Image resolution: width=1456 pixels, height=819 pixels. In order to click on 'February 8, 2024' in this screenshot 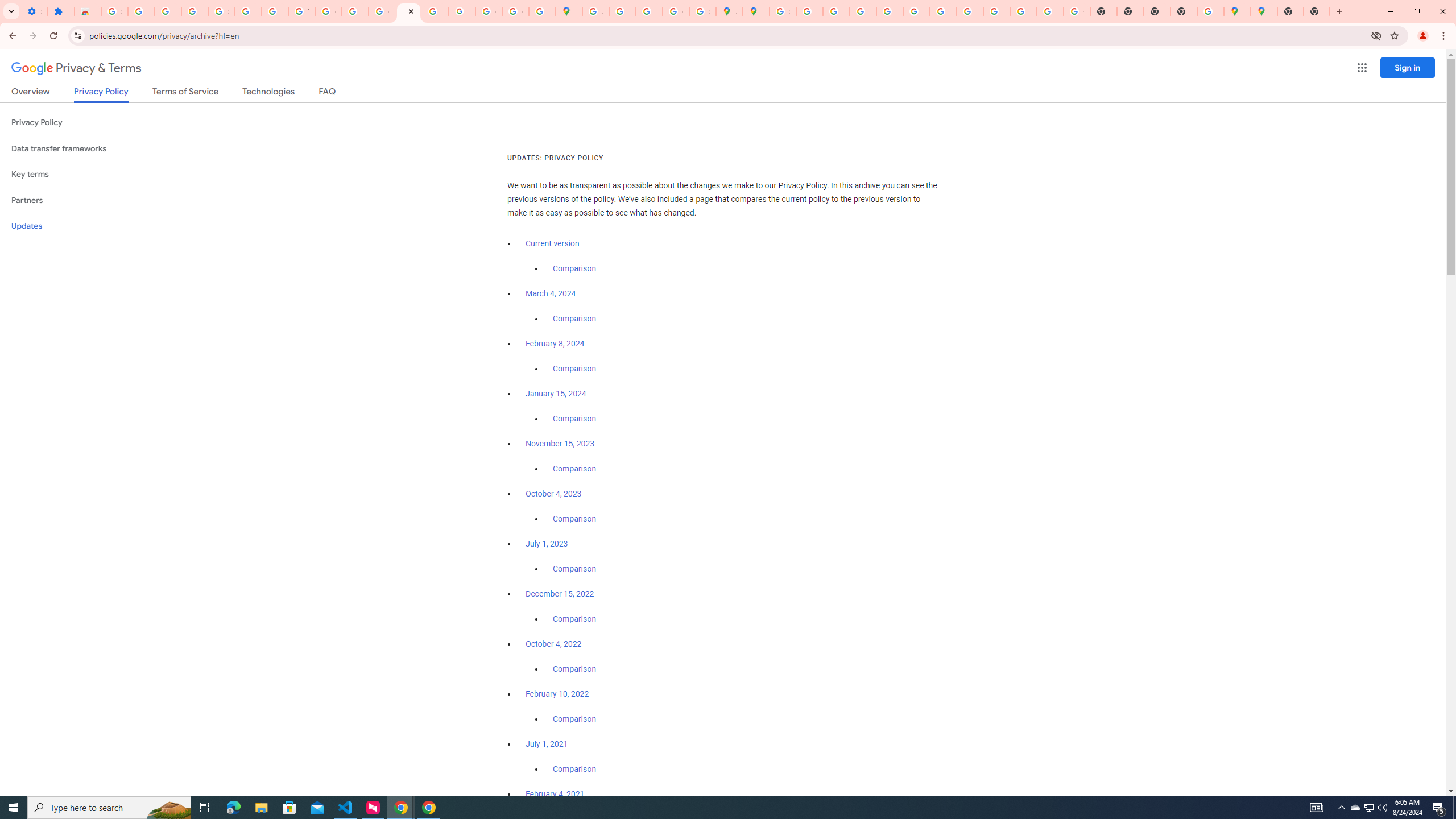, I will do `click(555, 344)`.